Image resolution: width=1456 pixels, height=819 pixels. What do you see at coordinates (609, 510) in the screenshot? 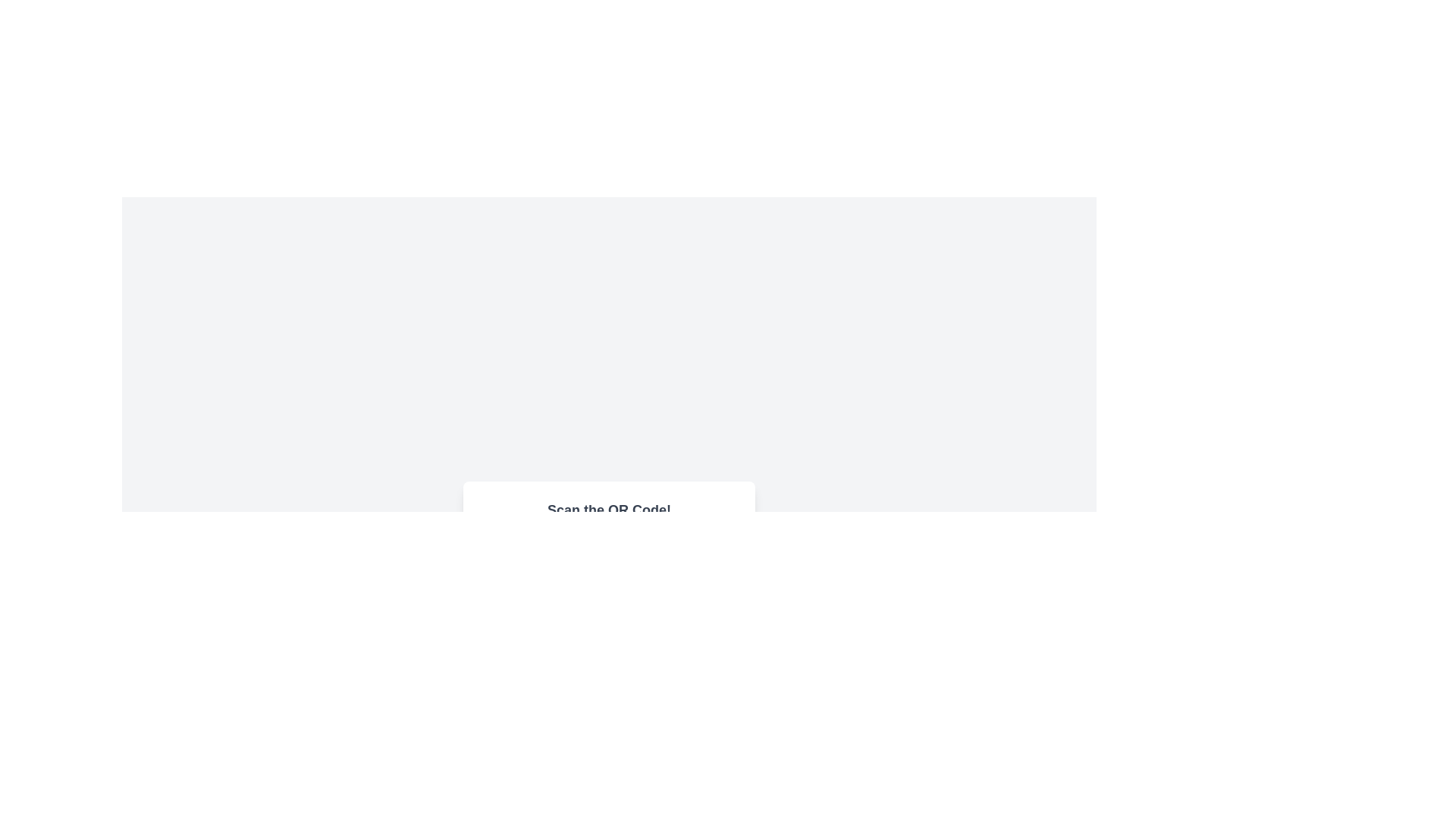
I see `the text label that provides instructions for scanning a QR code, located at the upper-middle region of the interface` at bounding box center [609, 510].